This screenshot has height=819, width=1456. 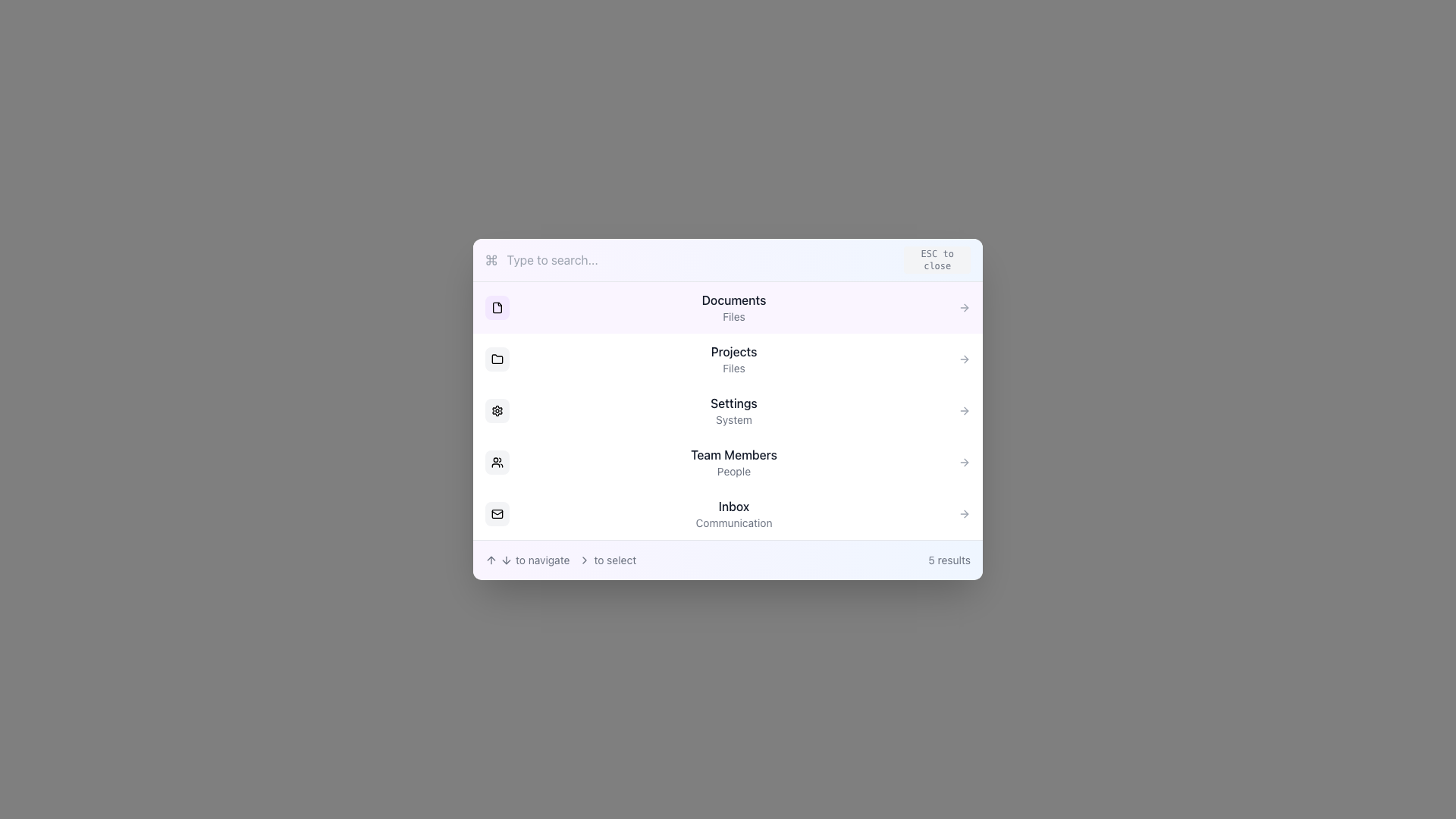 I want to click on the inner rectangular shape of the envelope icon, which represents the inbox or messaging, located at the bottom of the navigation icons on the left side of the user interface, so click(x=497, y=513).